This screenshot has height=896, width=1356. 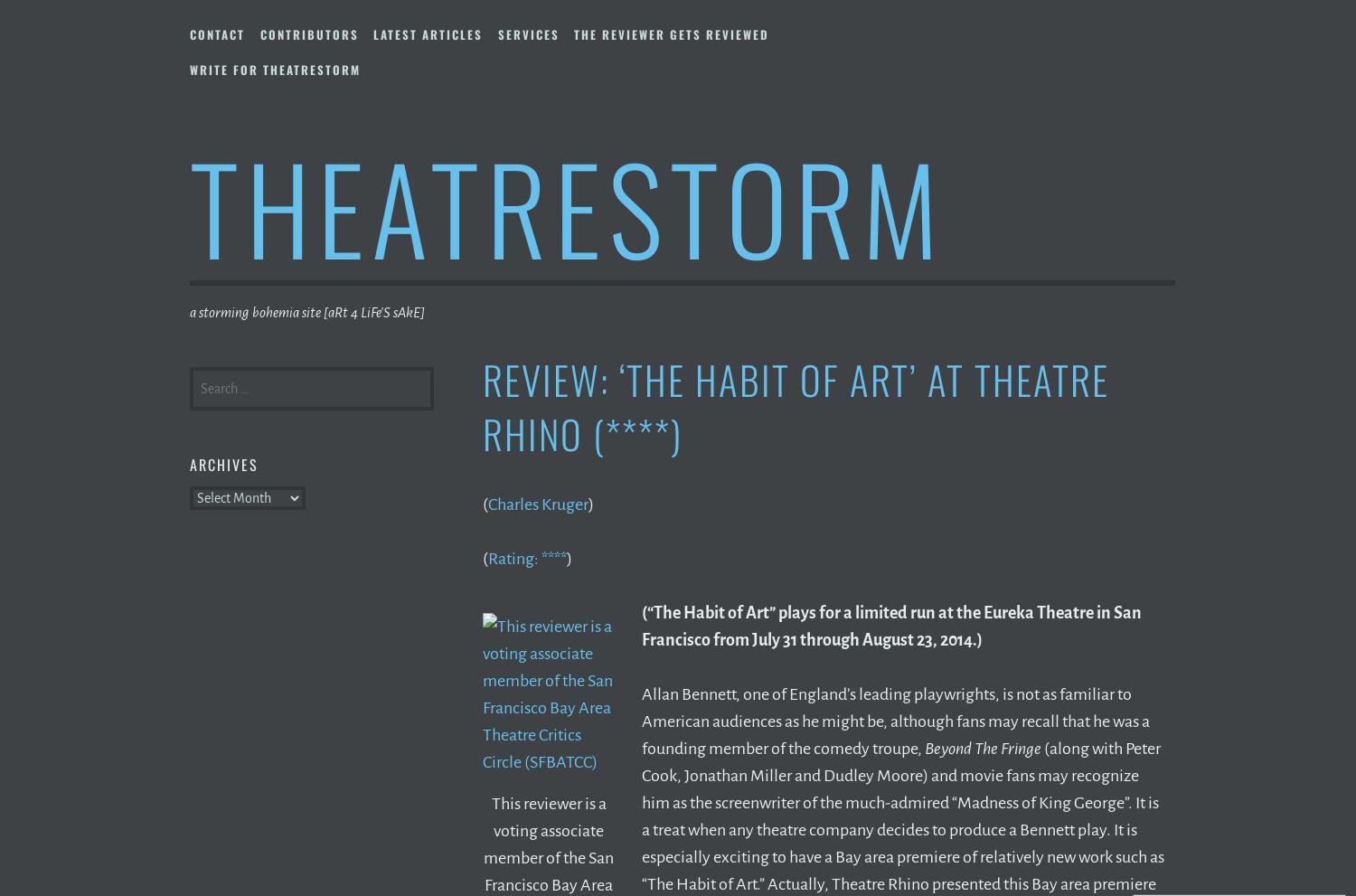 What do you see at coordinates (537, 503) in the screenshot?
I see `'Charles Kruger'` at bounding box center [537, 503].